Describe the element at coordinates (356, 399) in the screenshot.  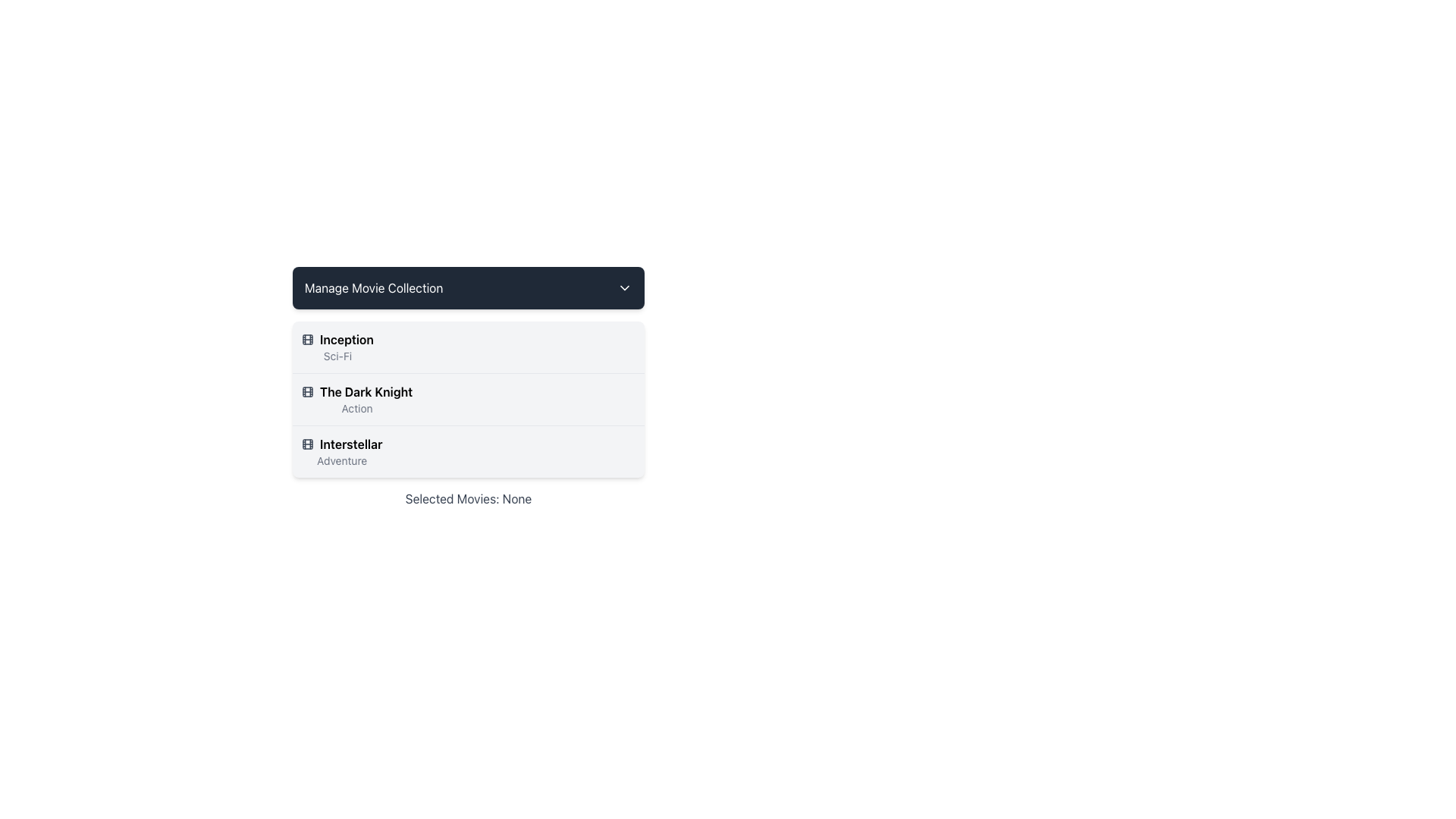
I see `to select the second movie entry in the 'Manage Movie Collection' pop-up, which represents a movie with its title and genre` at that location.